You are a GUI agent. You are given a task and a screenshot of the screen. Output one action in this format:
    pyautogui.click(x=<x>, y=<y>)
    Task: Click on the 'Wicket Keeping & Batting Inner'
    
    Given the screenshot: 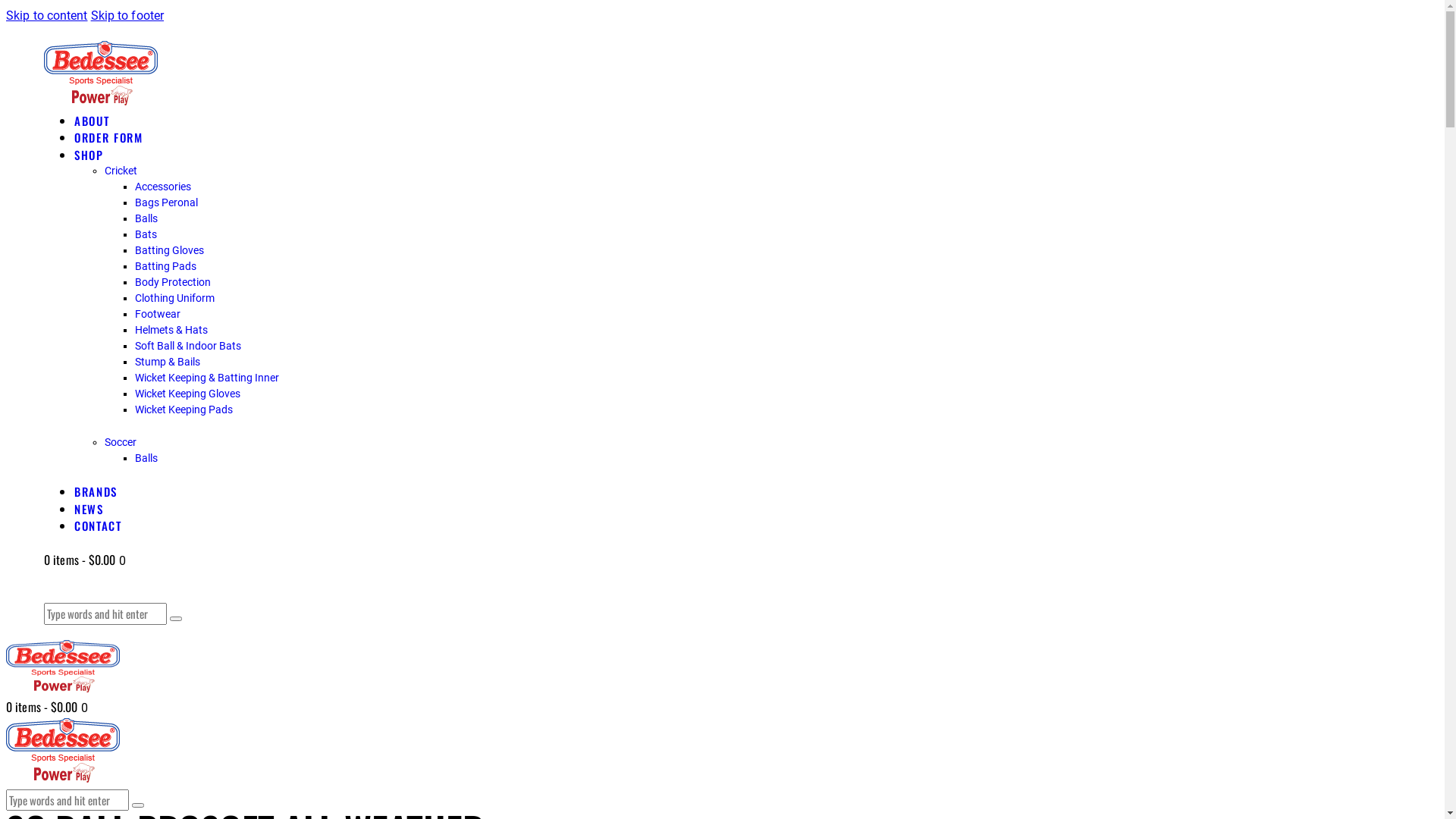 What is the action you would take?
    pyautogui.click(x=206, y=376)
    